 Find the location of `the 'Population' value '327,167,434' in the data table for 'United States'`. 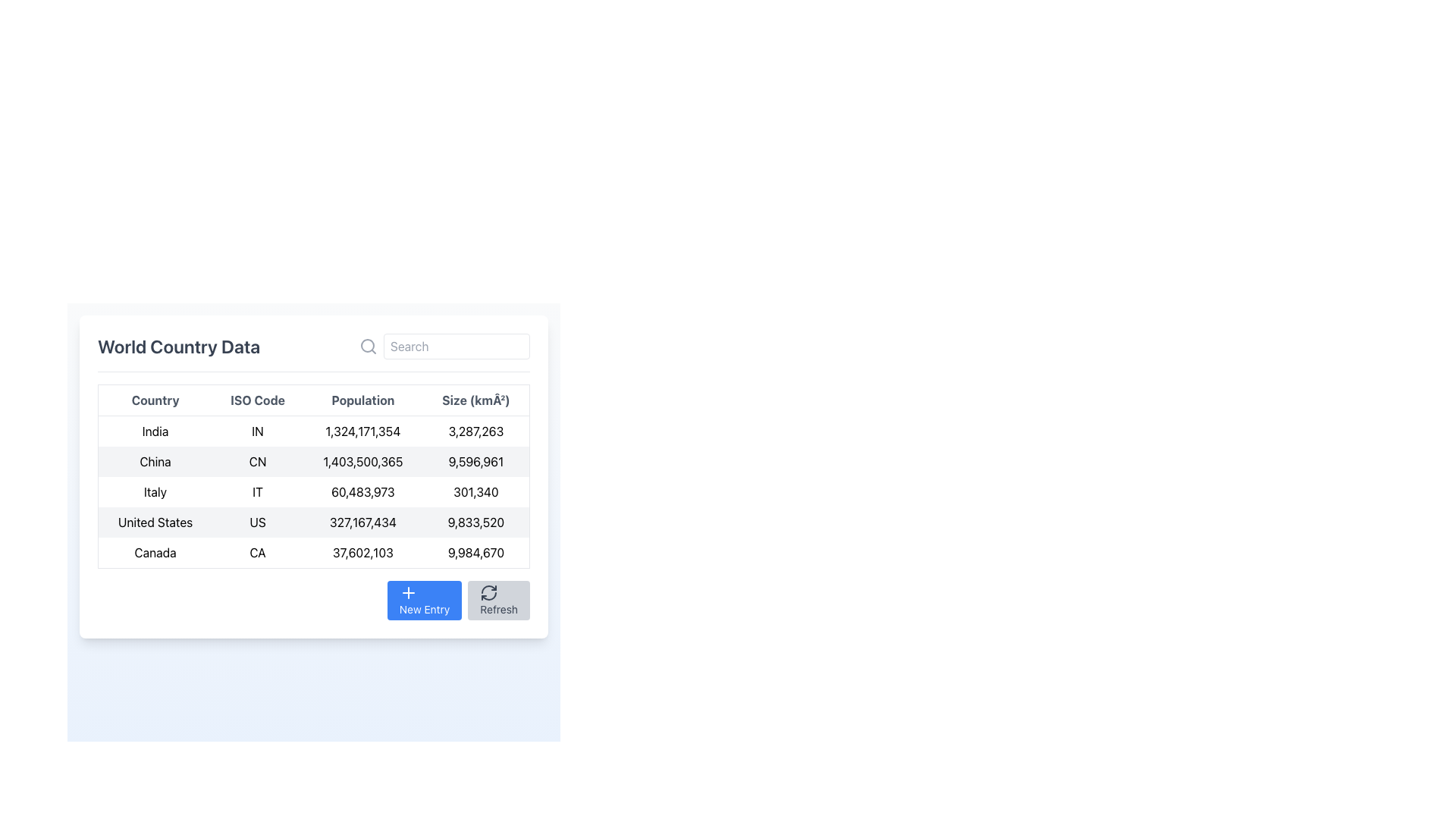

the 'Population' value '327,167,434' in the data table for 'United States' is located at coordinates (362, 522).